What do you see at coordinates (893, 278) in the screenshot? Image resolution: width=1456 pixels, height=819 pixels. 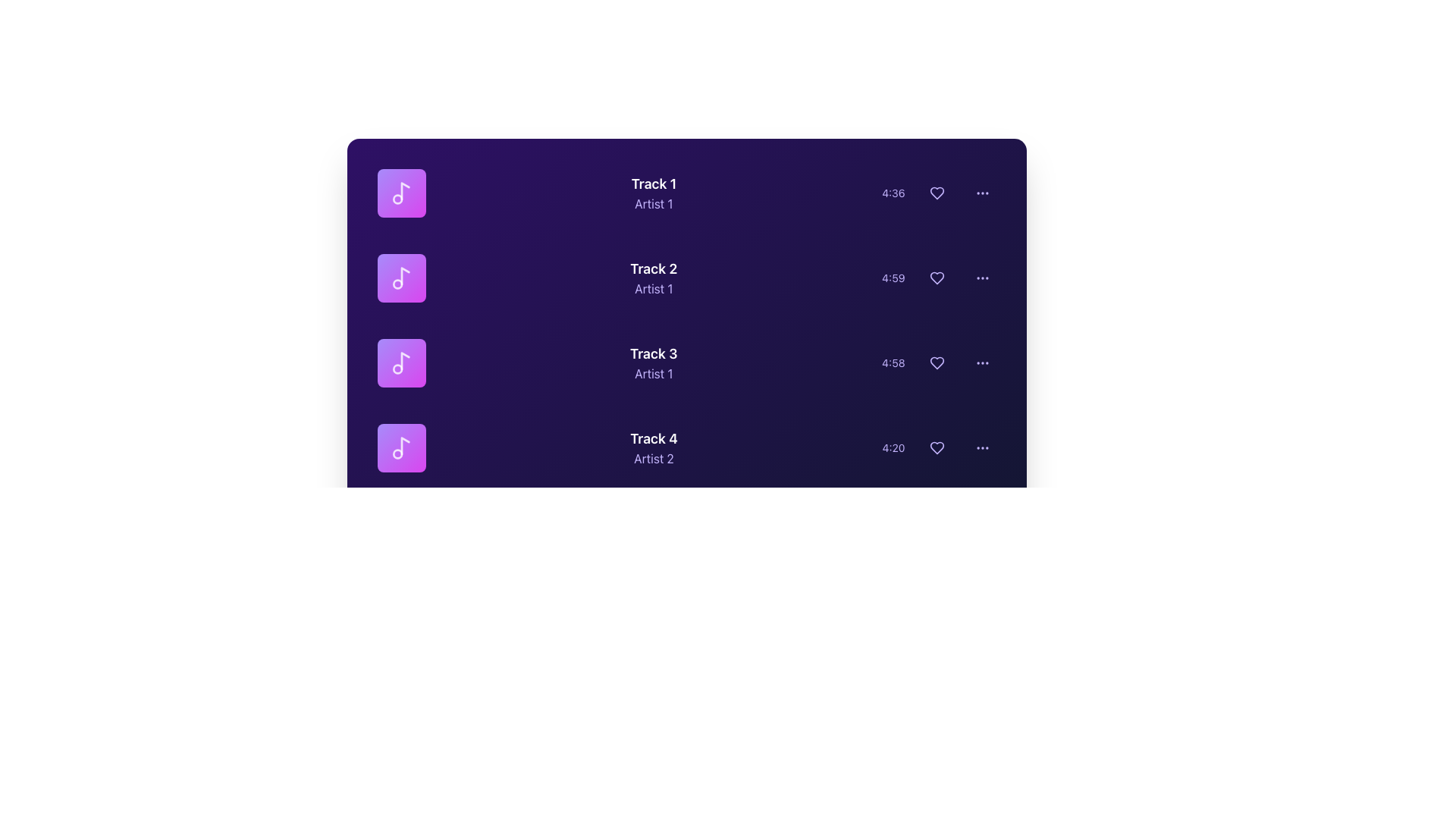 I see `the text label displaying the duration '4:59', which is styled in violet color and located in the second row of the track list interface` at bounding box center [893, 278].